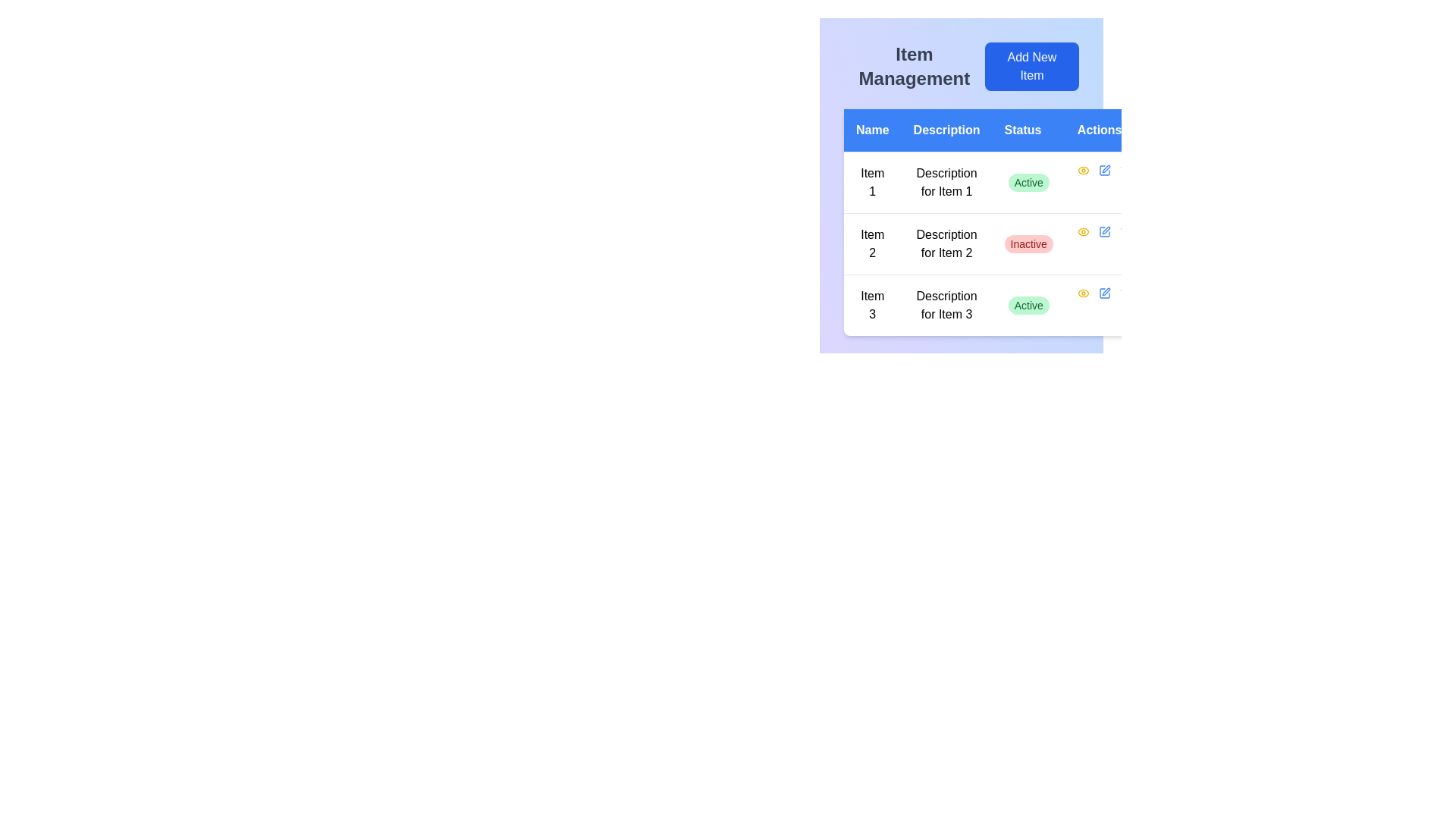  Describe the element at coordinates (872, 304) in the screenshot. I see `the 'Item 3' text label, which is a clean and minimalist styled text element displaying 'Item' on the first line and '3' on the second, located in the third row under the 'Name' column` at that location.